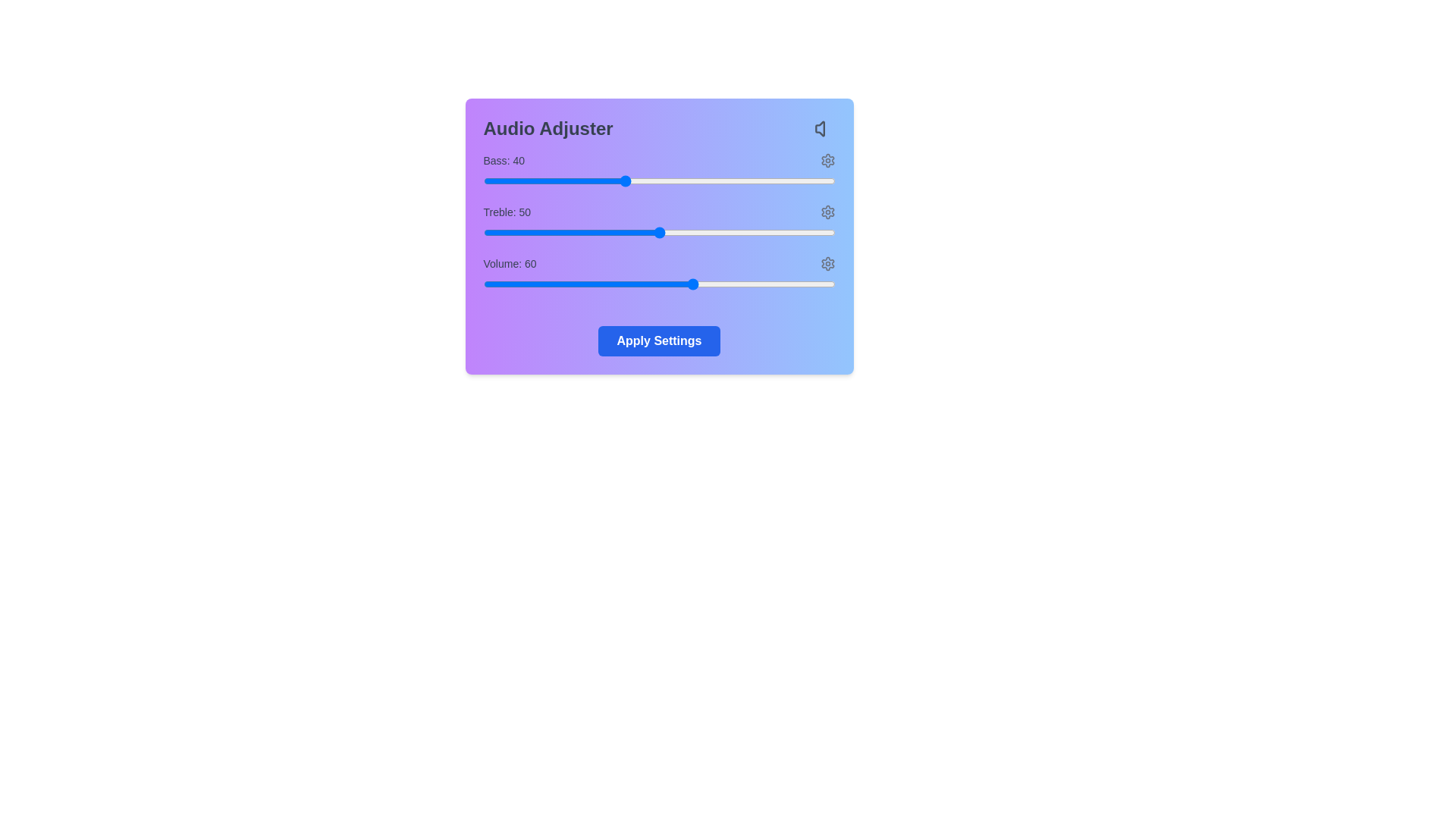 The width and height of the screenshot is (1456, 819). I want to click on the treble level, so click(482, 233).